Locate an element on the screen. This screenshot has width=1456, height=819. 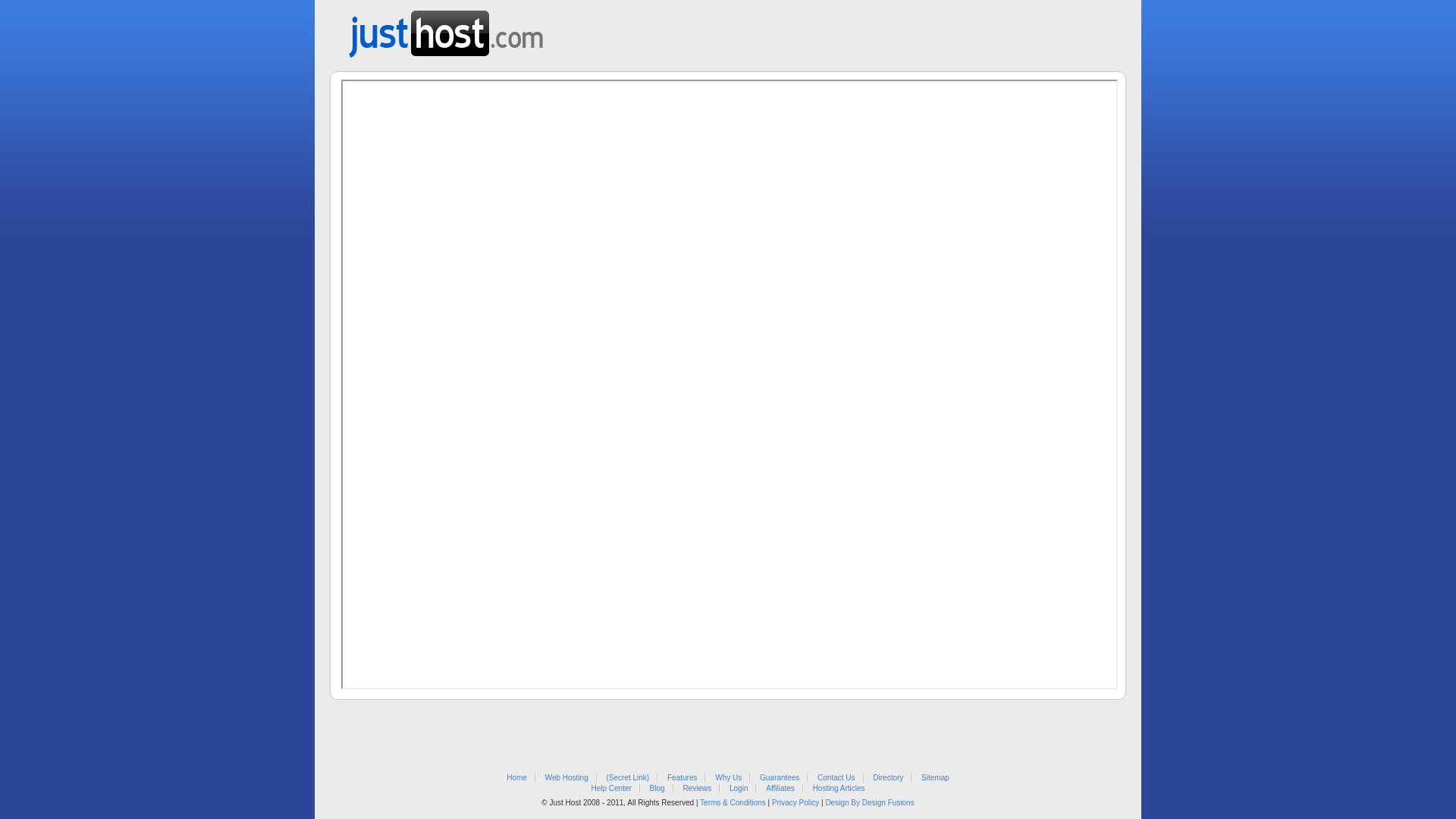
'Web Hosting from Just Host' is located at coordinates (445, 29).